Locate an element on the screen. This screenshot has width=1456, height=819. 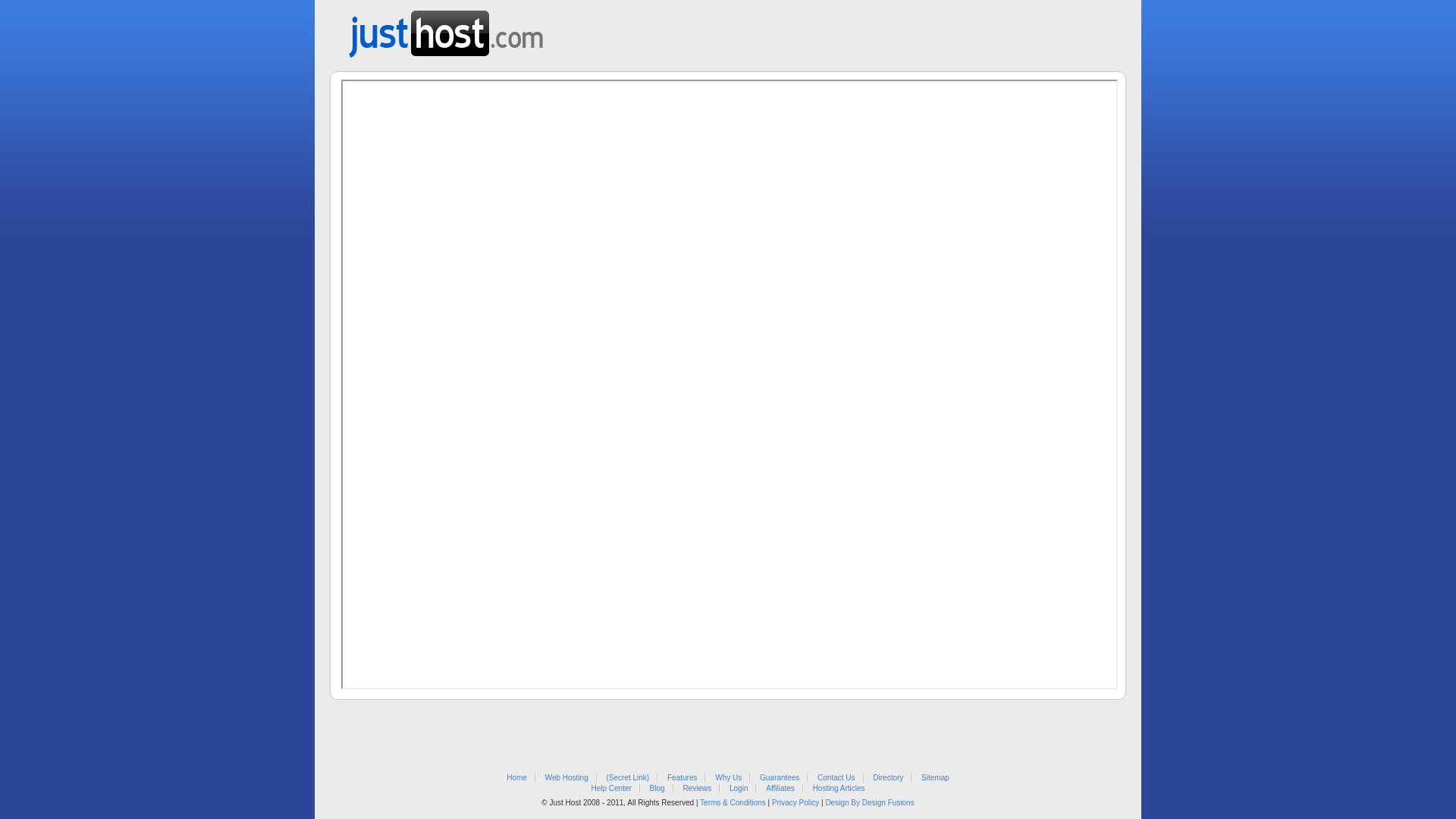
'Web Hosting from Just Host' is located at coordinates (445, 29).